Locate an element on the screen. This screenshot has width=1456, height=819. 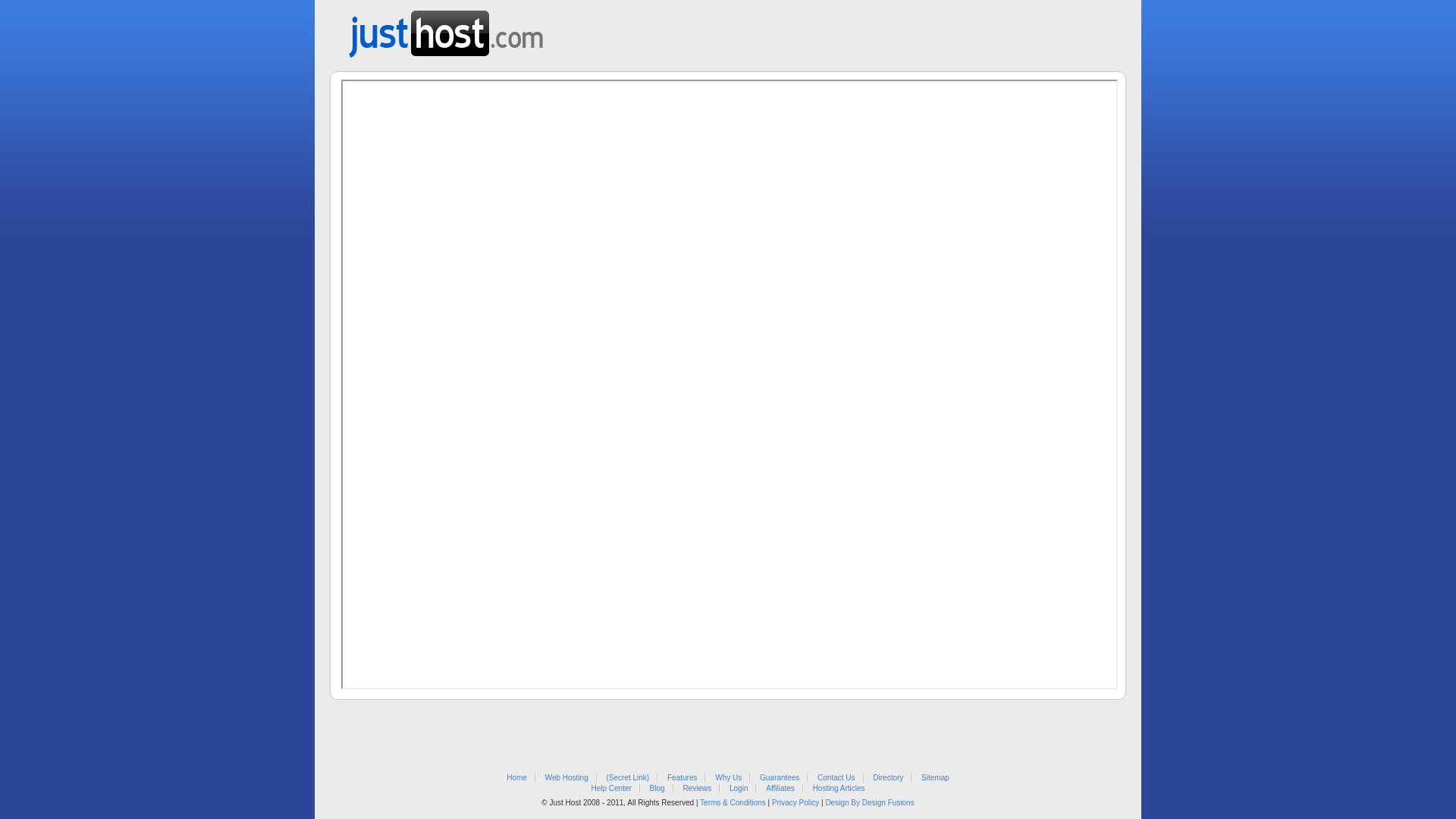
'Web Hosting from Just Host' is located at coordinates (445, 29).